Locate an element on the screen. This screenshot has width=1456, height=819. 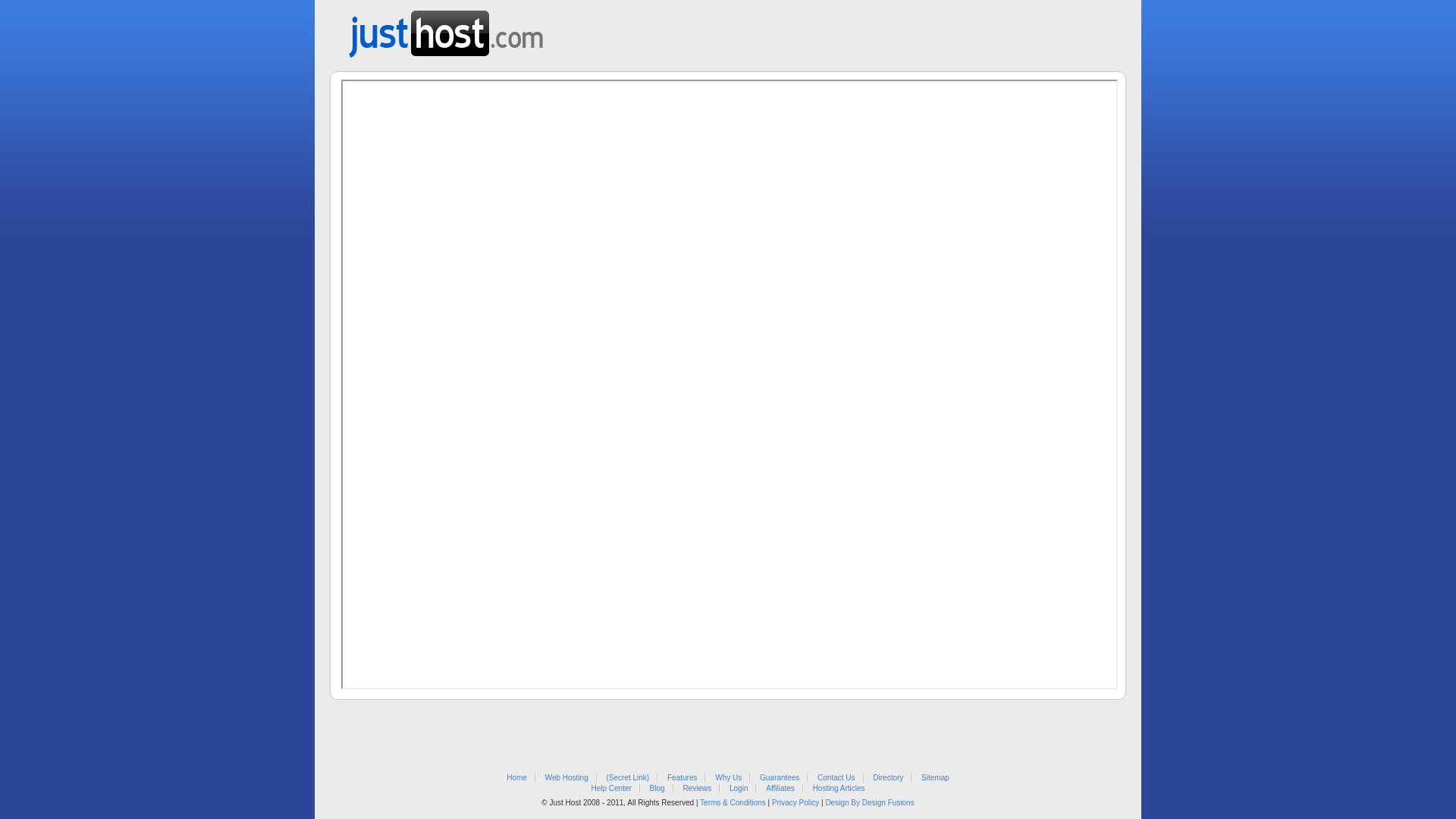
'Web Hosting from Just Host' is located at coordinates (445, 29).